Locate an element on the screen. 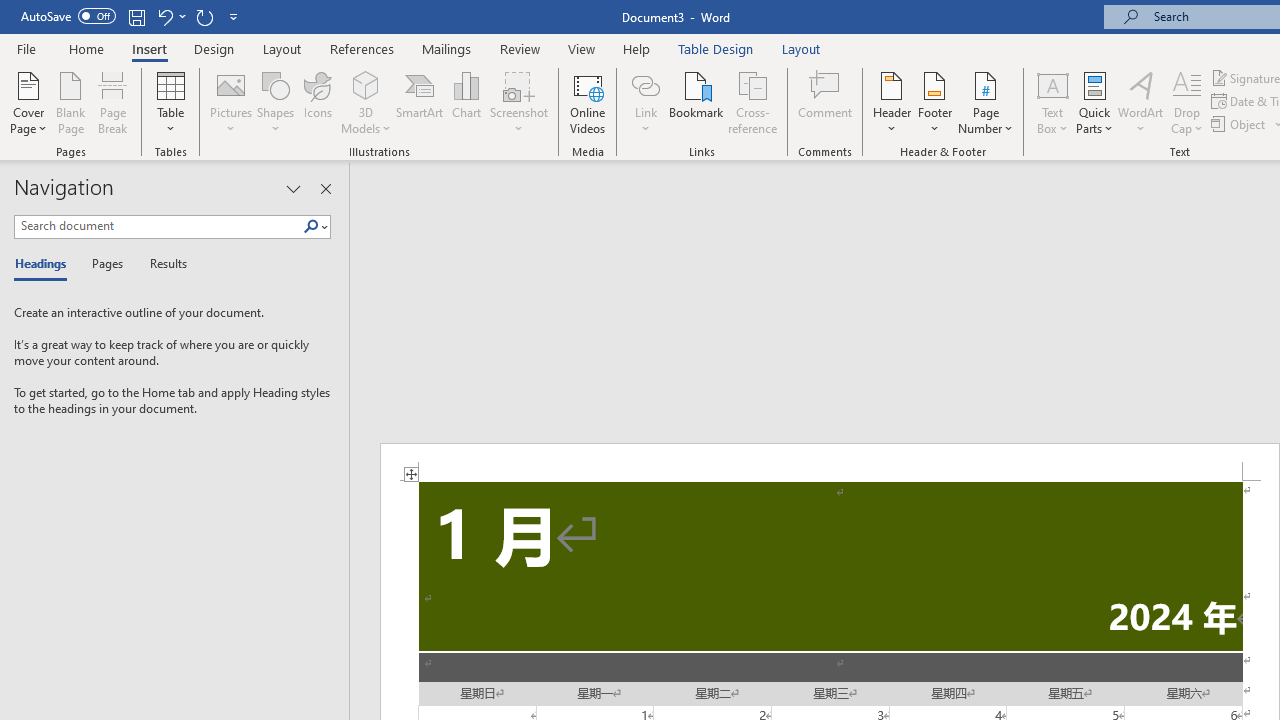 Image resolution: width=1280 pixels, height=720 pixels. 'Cover Page' is located at coordinates (28, 103).